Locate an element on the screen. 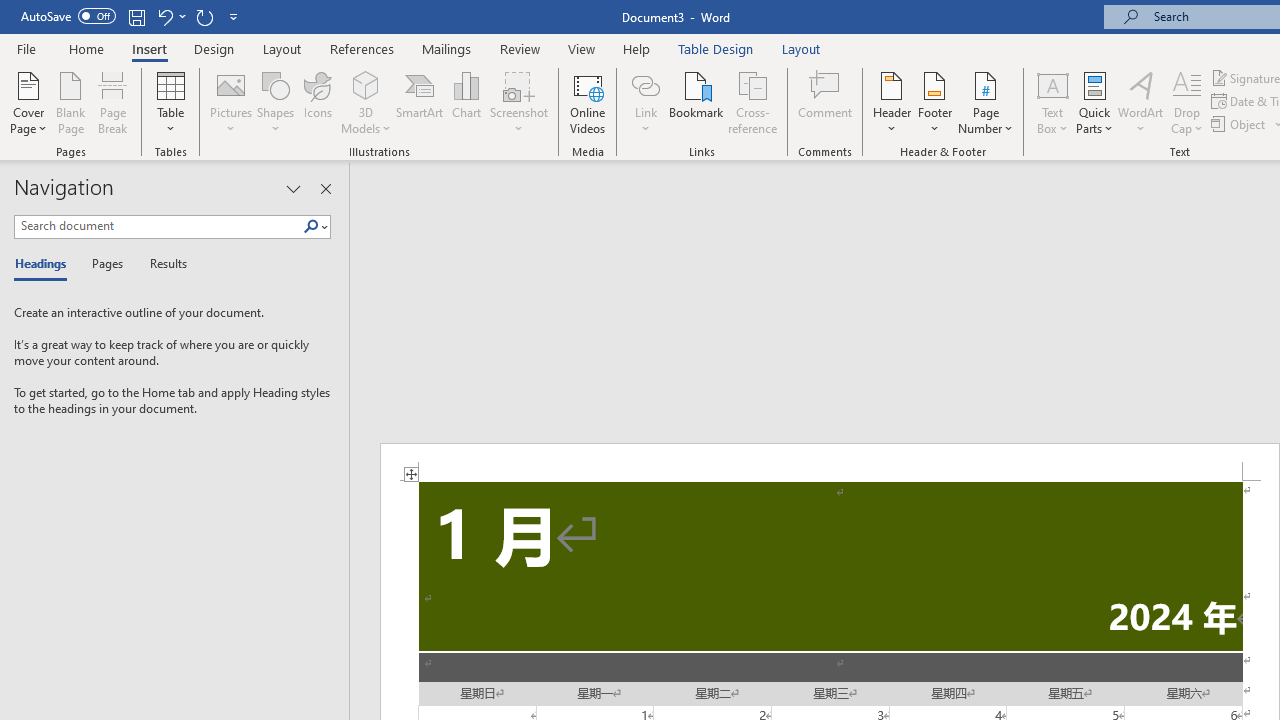 Image resolution: width=1280 pixels, height=720 pixels. 'Cover Page' is located at coordinates (28, 103).